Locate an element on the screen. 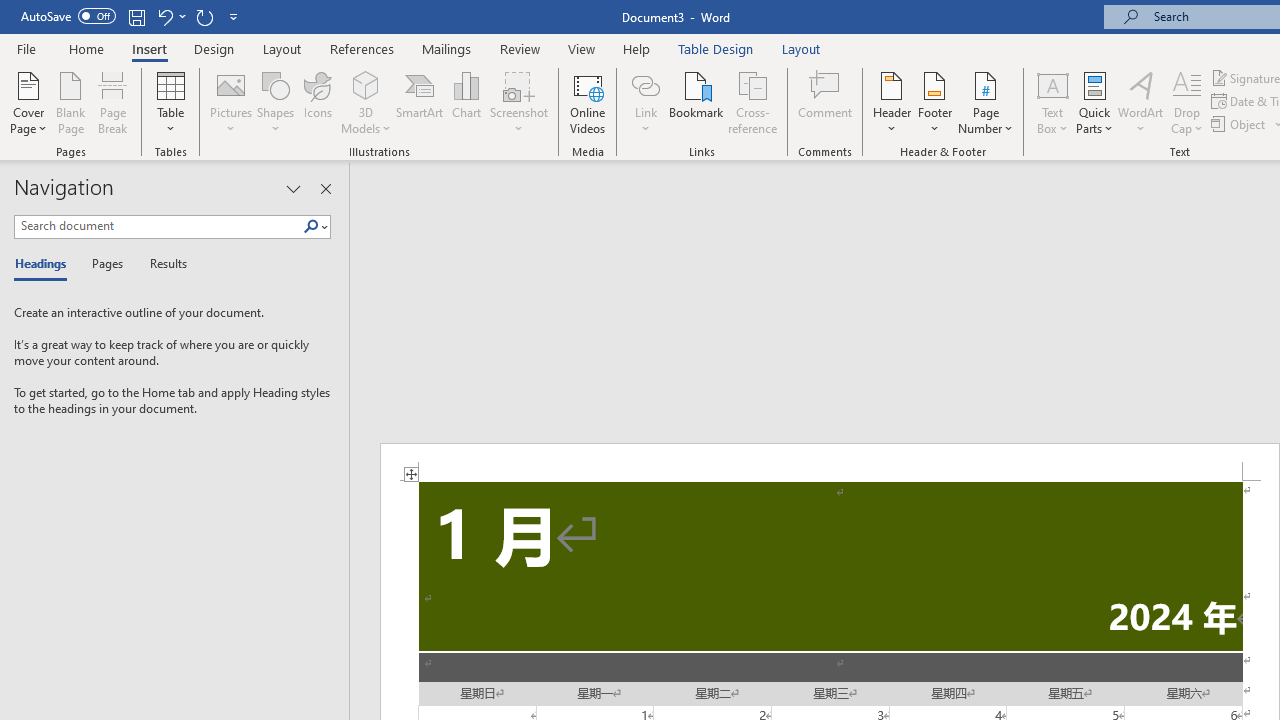 Image resolution: width=1280 pixels, height=720 pixels. 'Cover Page' is located at coordinates (28, 103).